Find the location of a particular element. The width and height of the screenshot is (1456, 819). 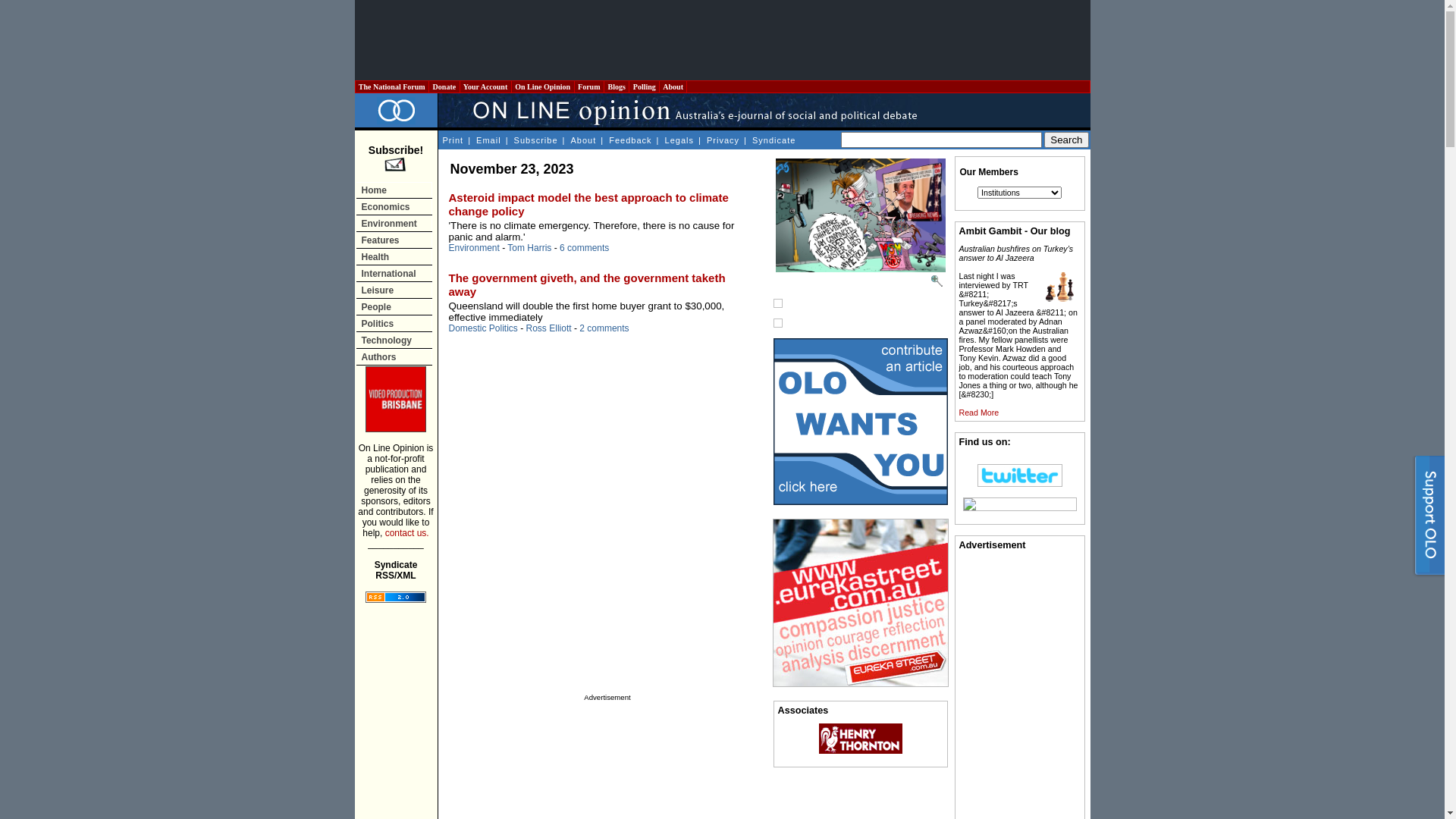

'Privacy' is located at coordinates (722, 140).